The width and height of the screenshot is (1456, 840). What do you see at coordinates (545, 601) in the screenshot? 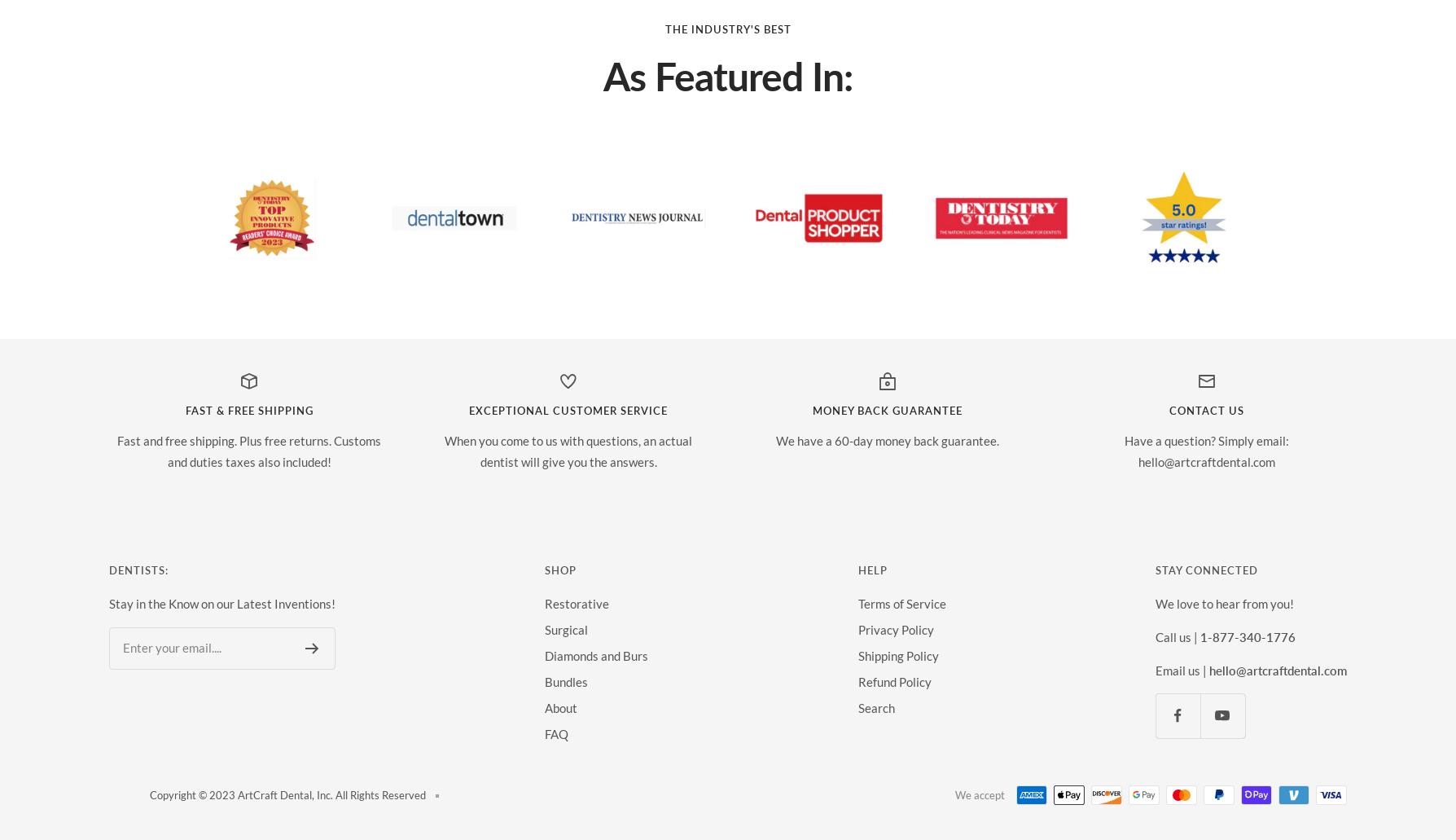
I see `'Restorative'` at bounding box center [545, 601].